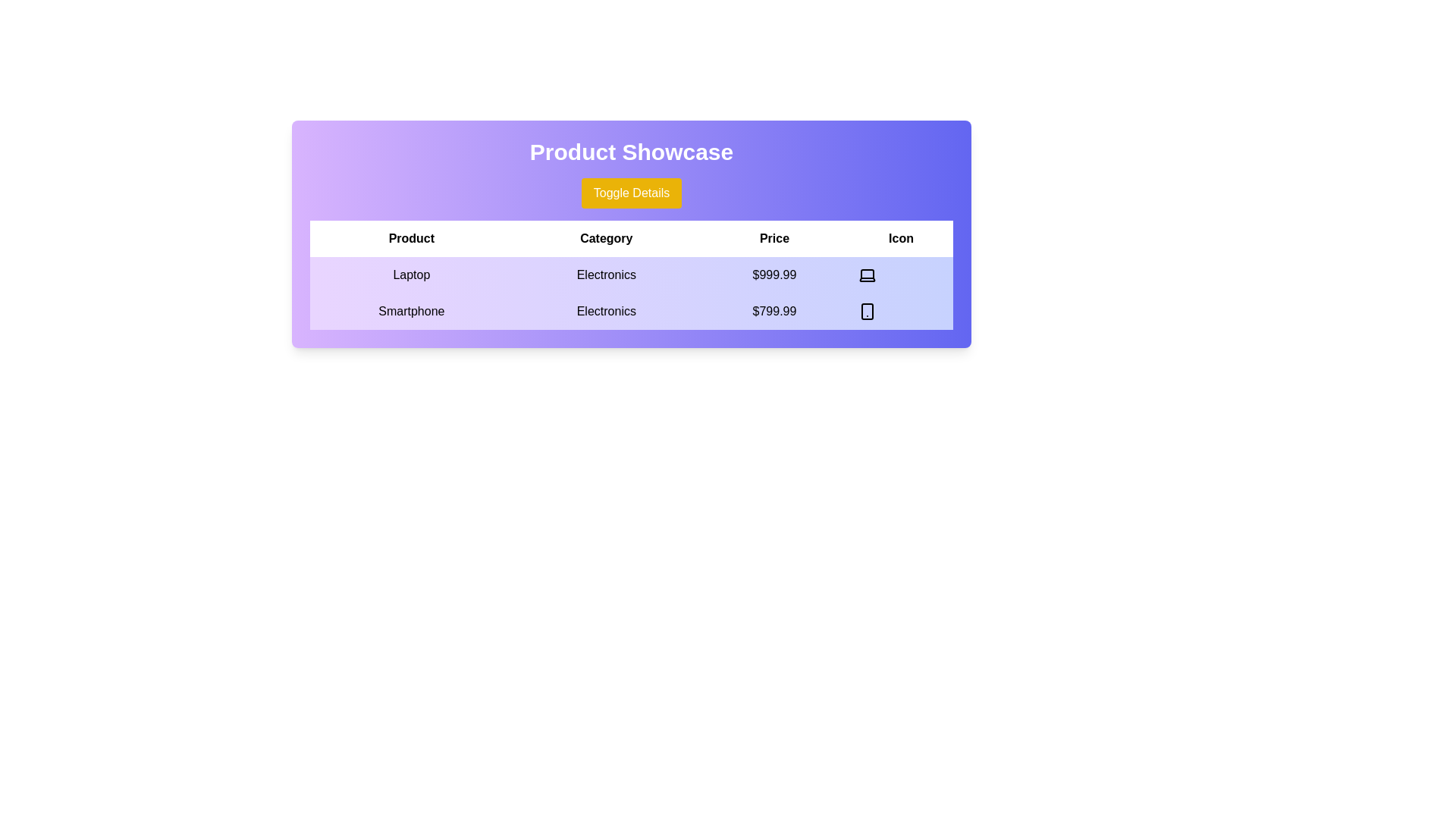  Describe the element at coordinates (867, 311) in the screenshot. I see `the main rectangular shape of the smartphone icon in the second table row labeled 'Smartphone' within the 'Icon' column` at that location.